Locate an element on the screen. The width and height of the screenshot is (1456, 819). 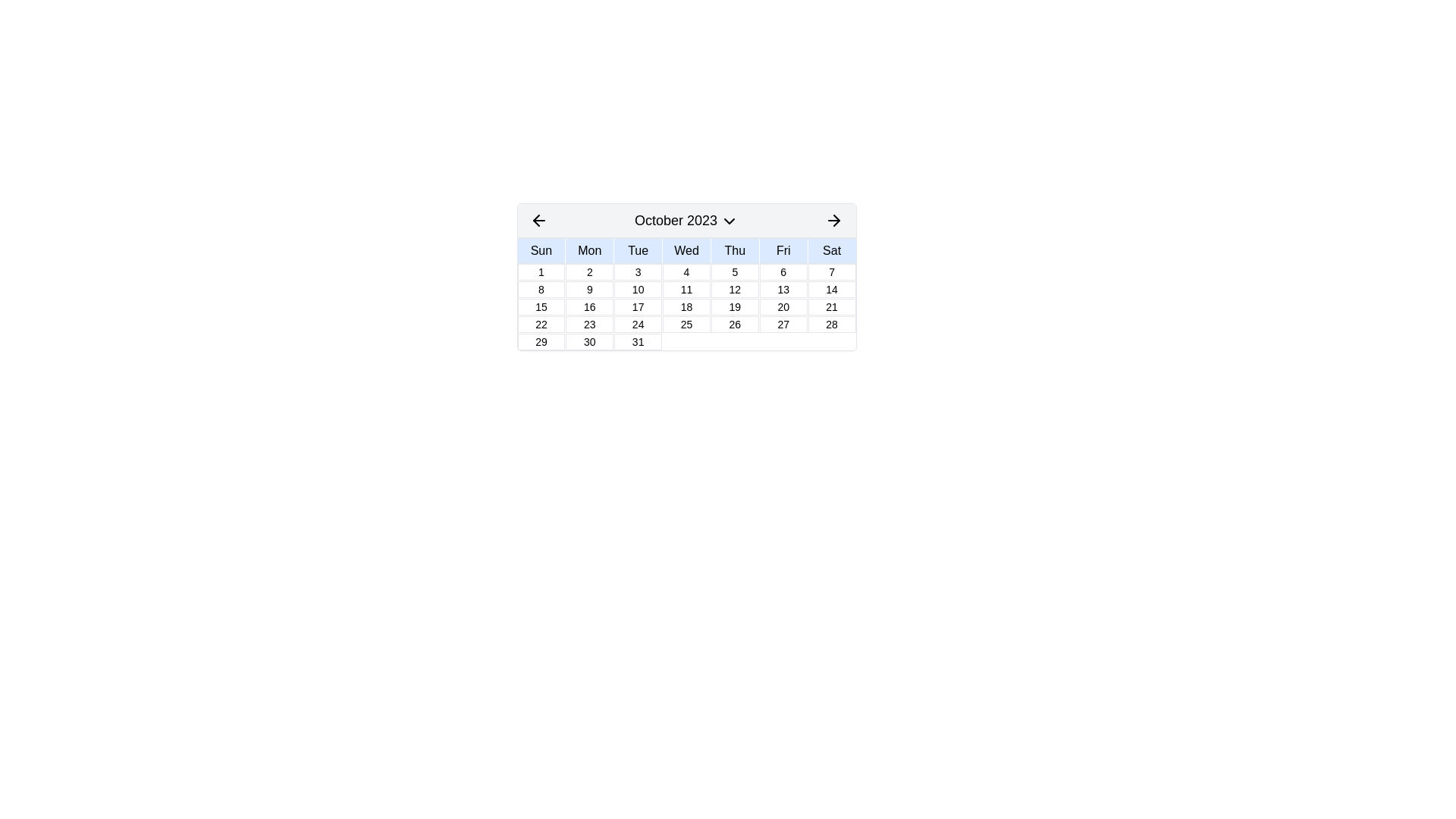
current month and year displayed in the calendar header, which is centrally positioned at the top of the interface, above the weekday abbreviations is located at coordinates (686, 221).